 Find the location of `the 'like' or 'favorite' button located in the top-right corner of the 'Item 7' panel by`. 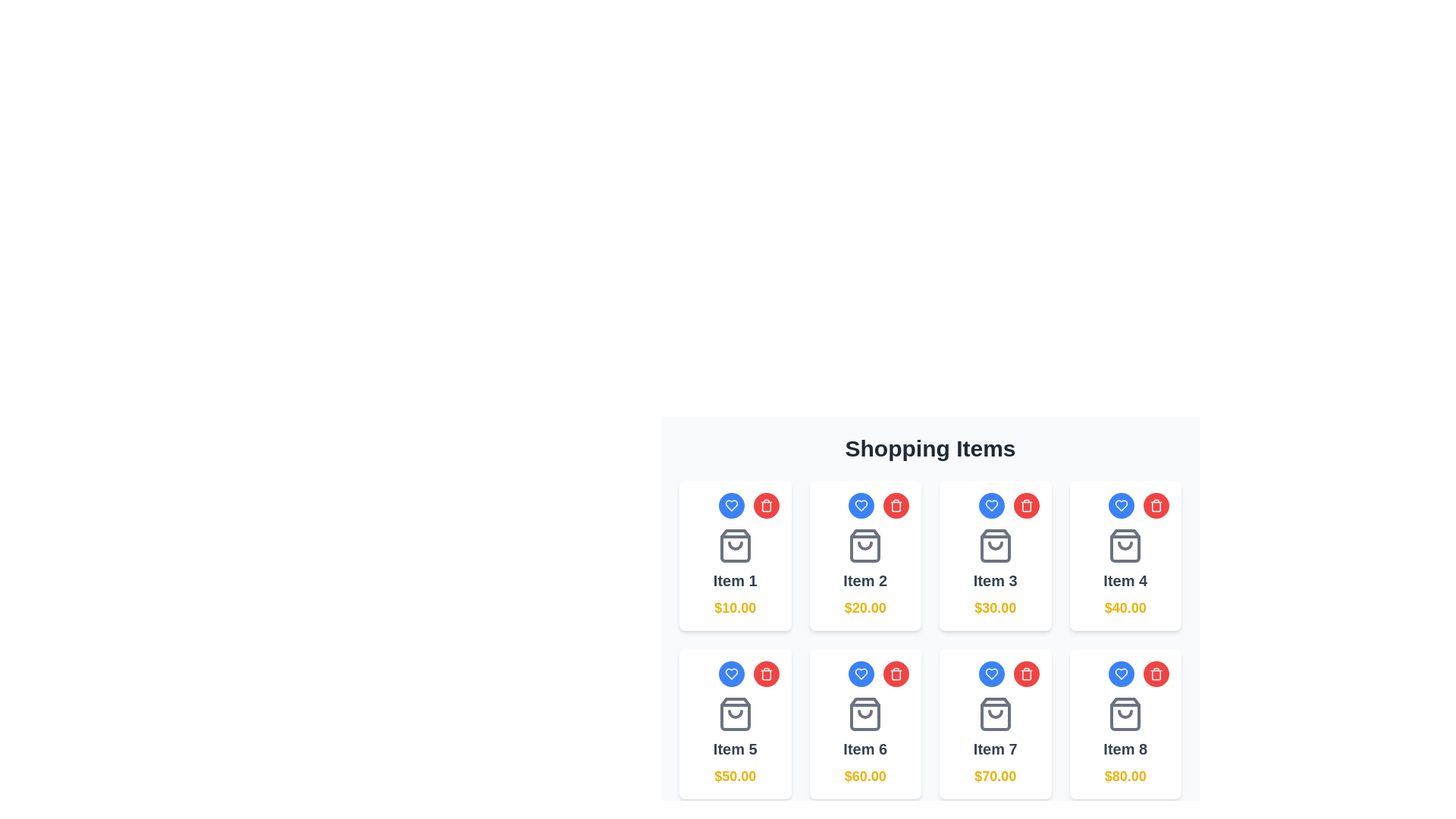

the 'like' or 'favorite' button located in the top-right corner of the 'Item 7' panel by is located at coordinates (995, 673).